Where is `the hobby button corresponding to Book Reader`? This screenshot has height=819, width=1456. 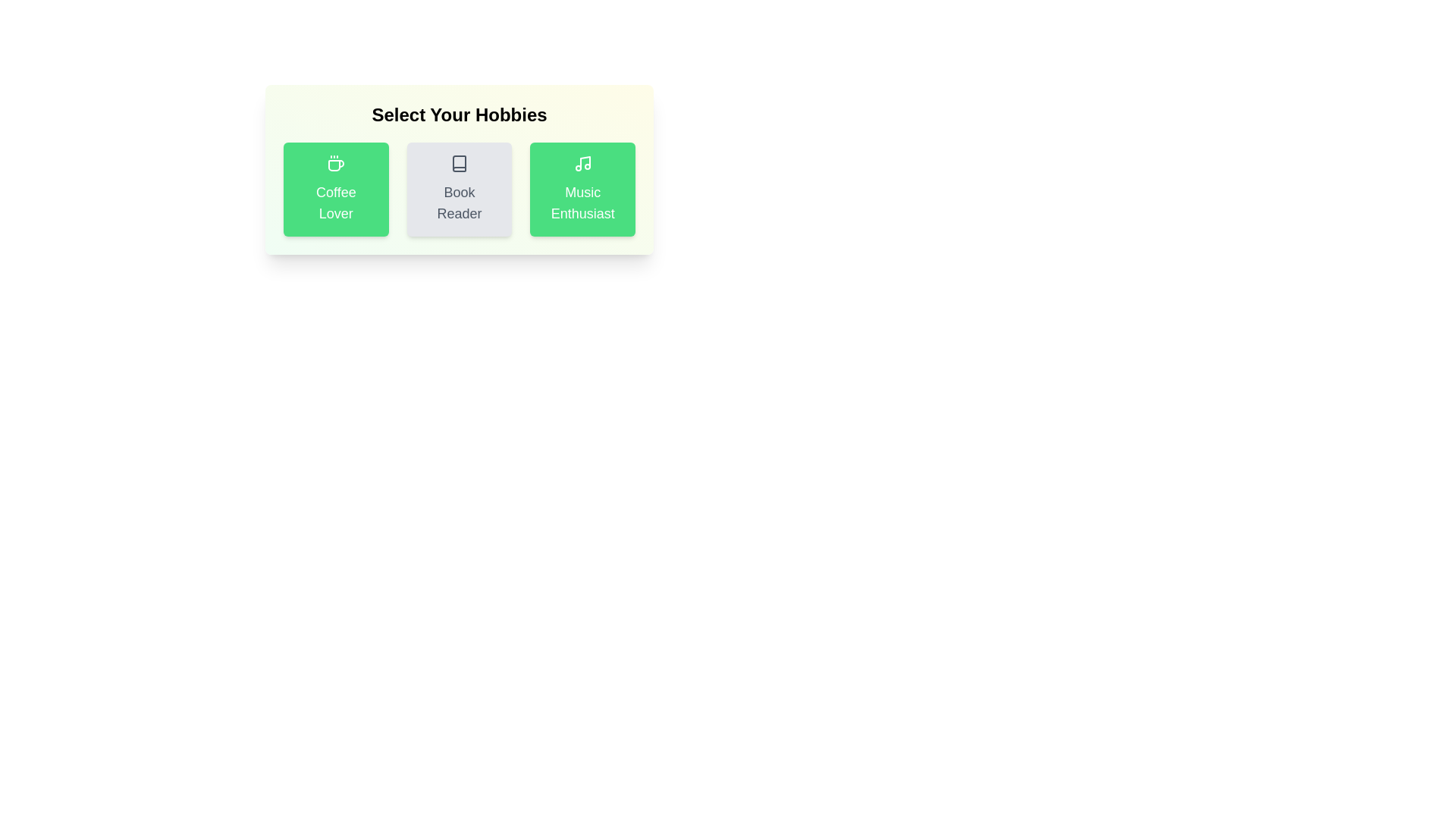
the hobby button corresponding to Book Reader is located at coordinates (458, 189).